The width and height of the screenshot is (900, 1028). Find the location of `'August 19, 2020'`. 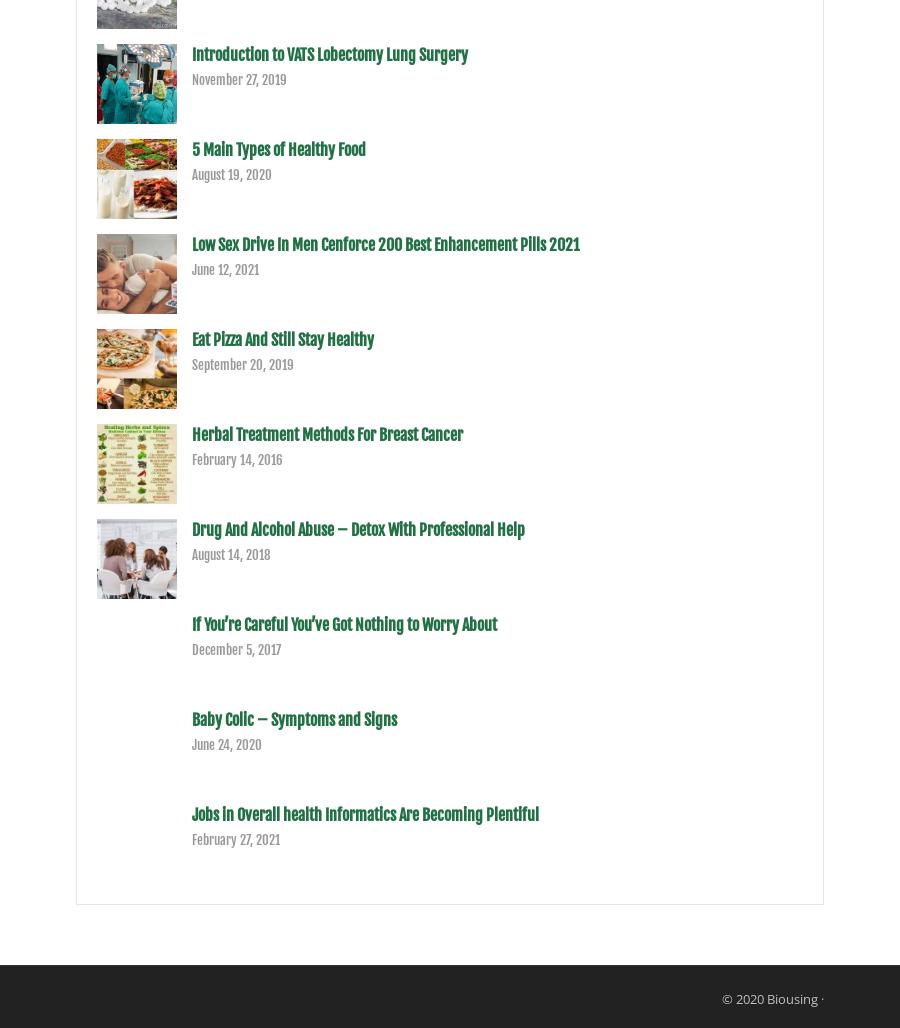

'August 19, 2020' is located at coordinates (191, 174).